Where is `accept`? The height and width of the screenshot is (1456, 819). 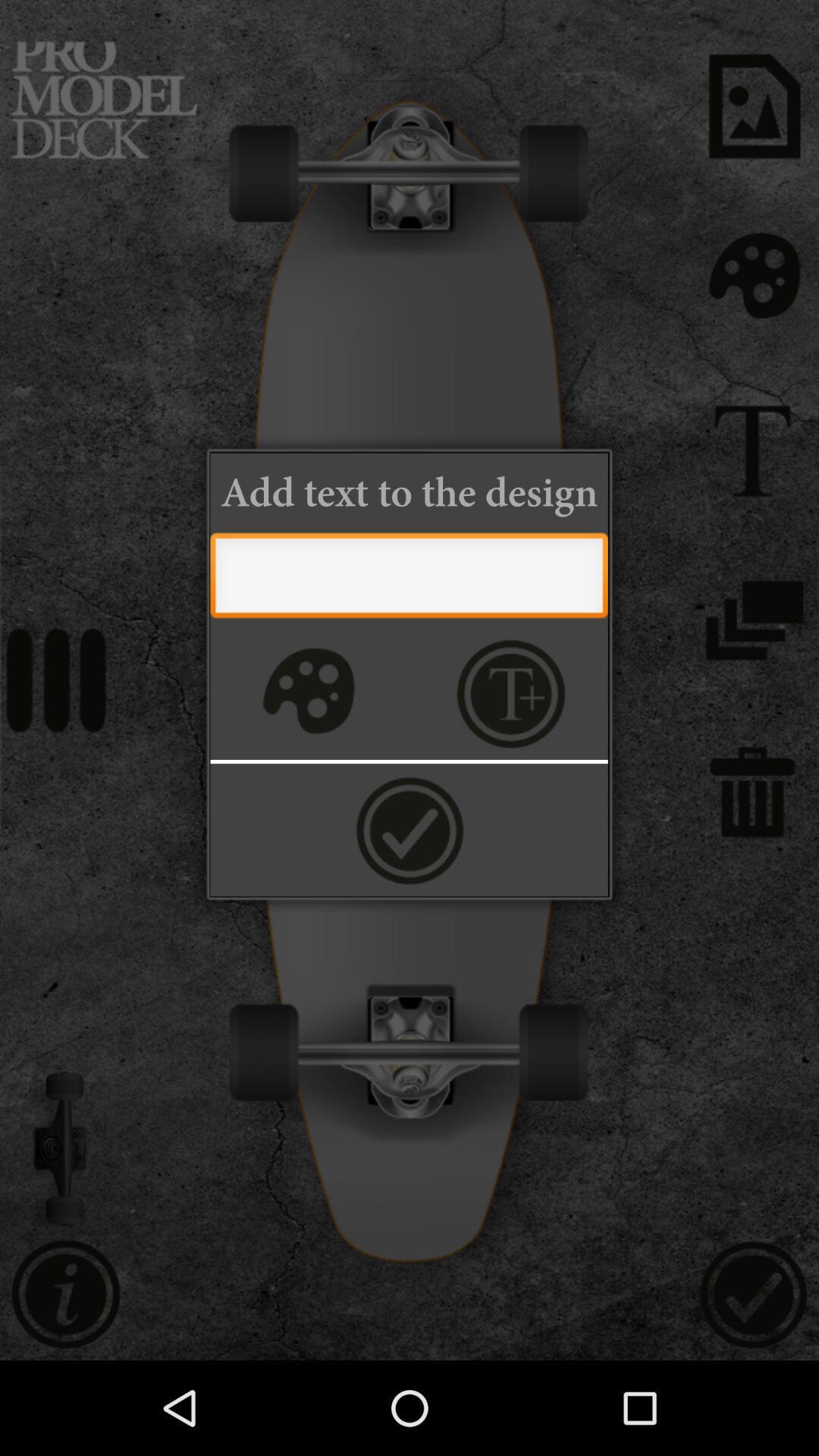 accept is located at coordinates (408, 829).